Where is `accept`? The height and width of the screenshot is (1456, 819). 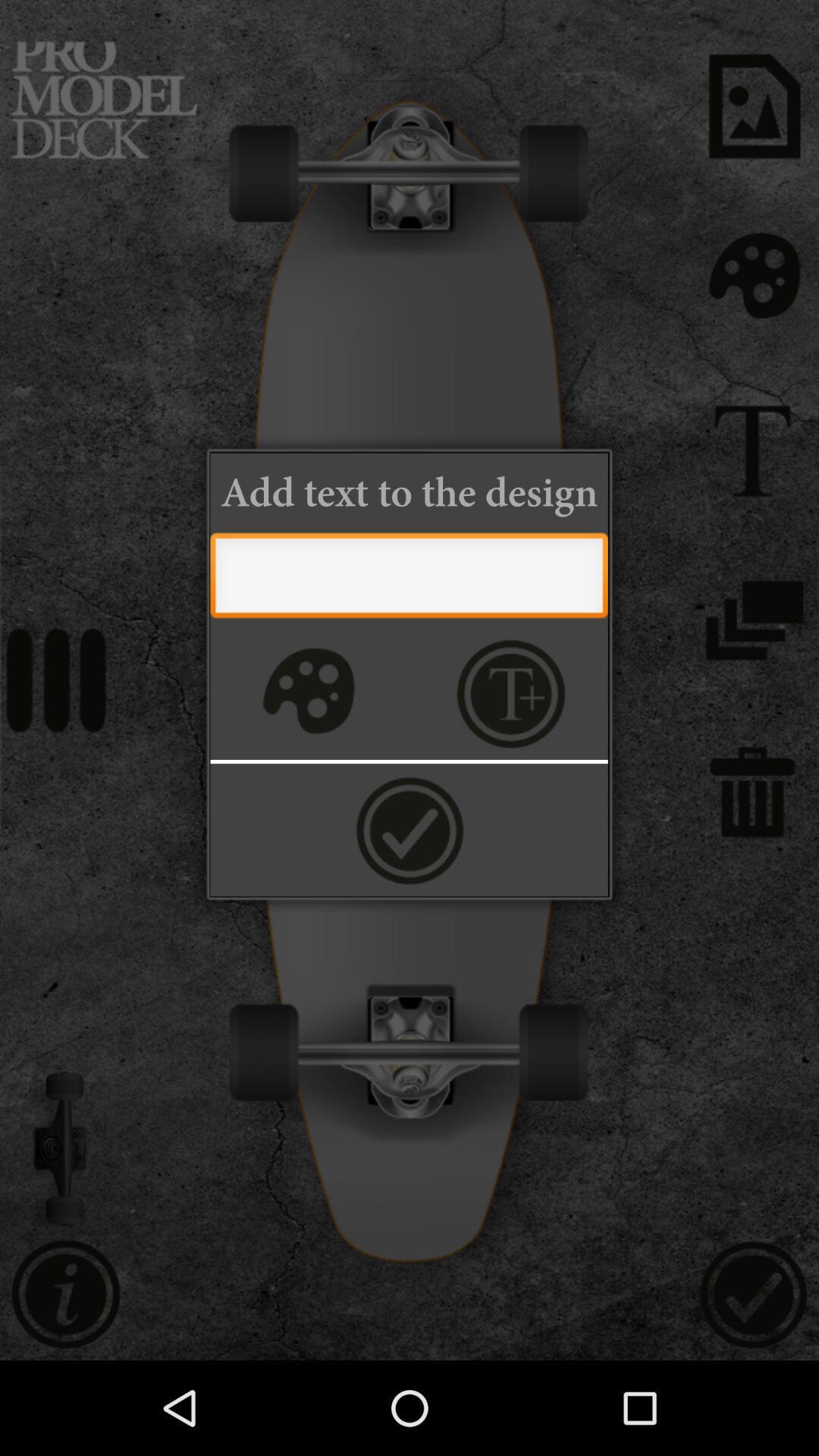 accept is located at coordinates (408, 829).